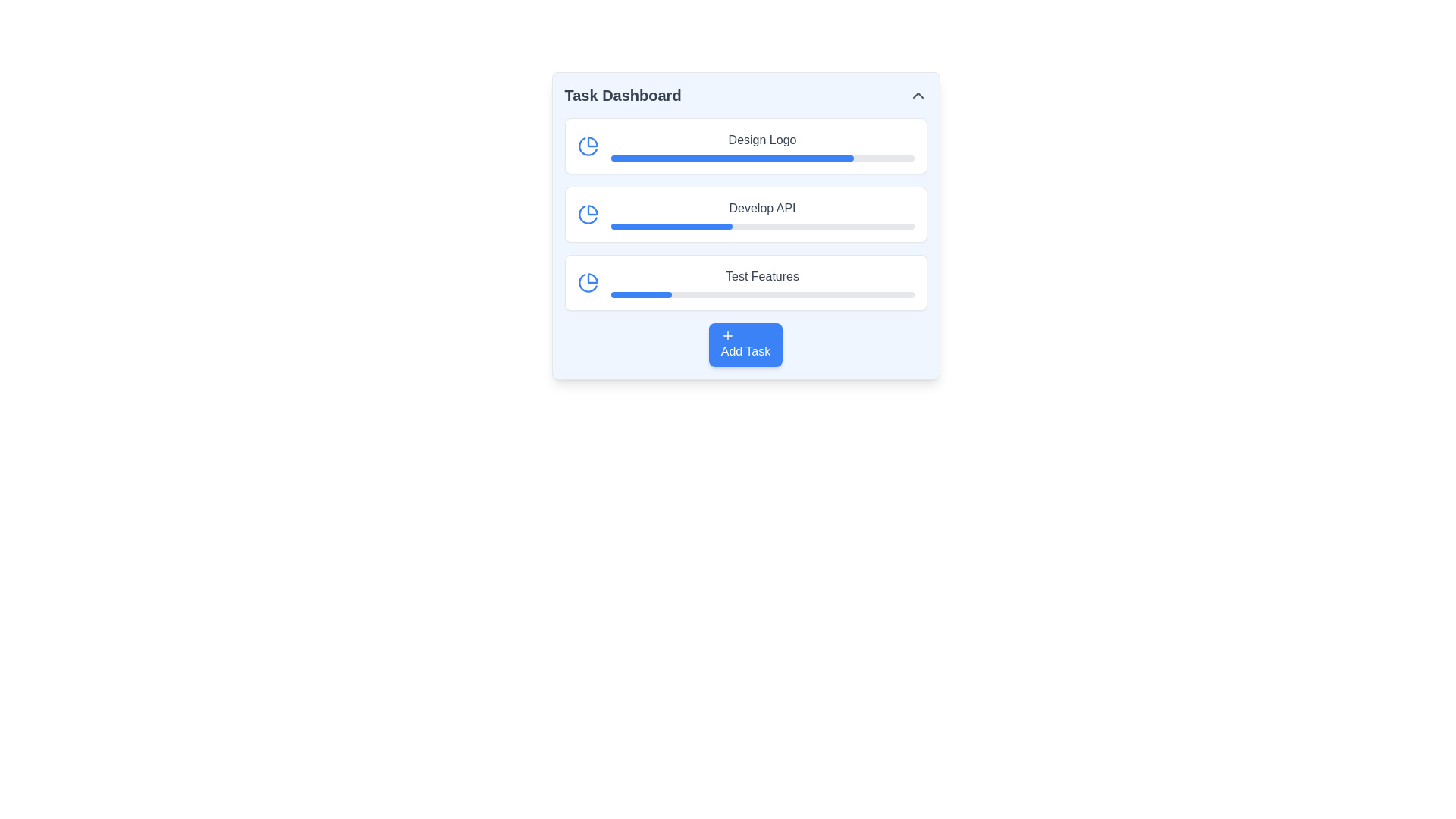 This screenshot has width=1456, height=819. Describe the element at coordinates (745, 214) in the screenshot. I see `the second task item card titled 'Develop API' in the Task Dashboard section` at that location.